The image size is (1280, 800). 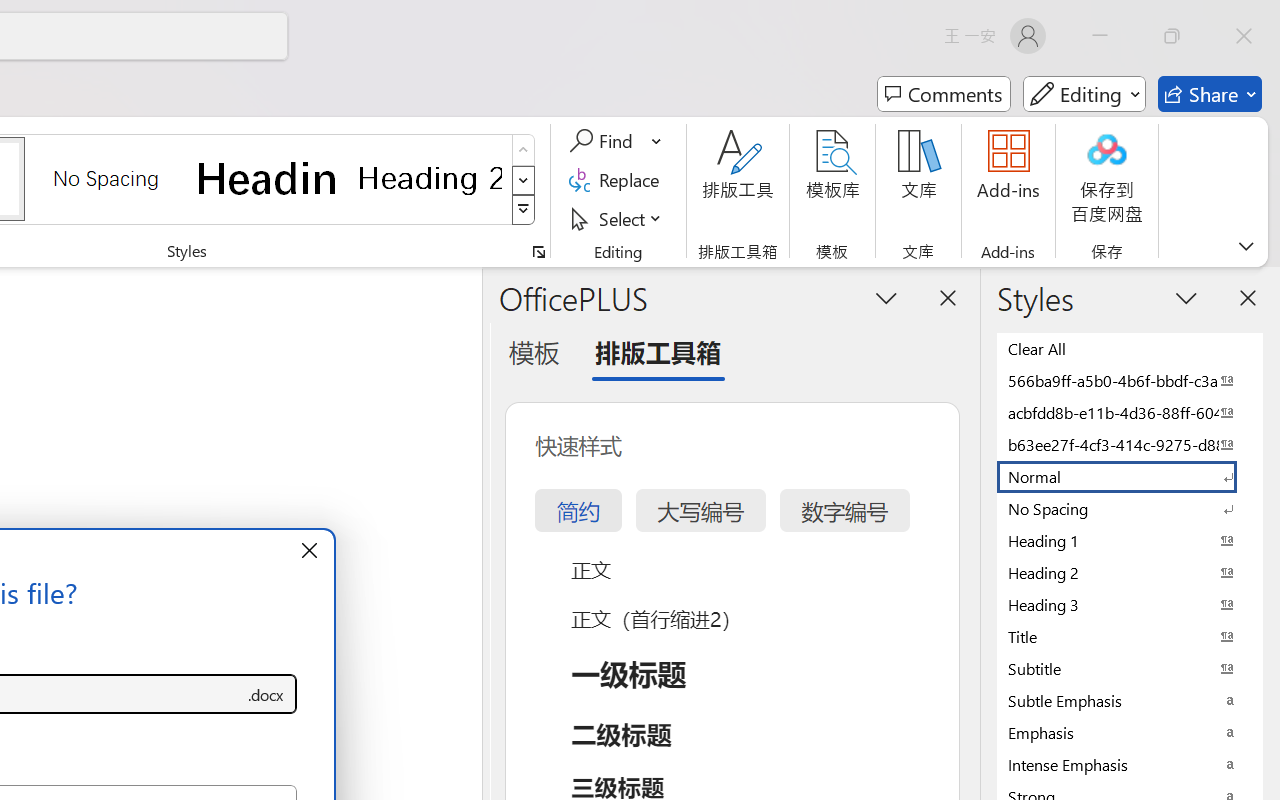 What do you see at coordinates (1130, 348) in the screenshot?
I see `'Clear All'` at bounding box center [1130, 348].